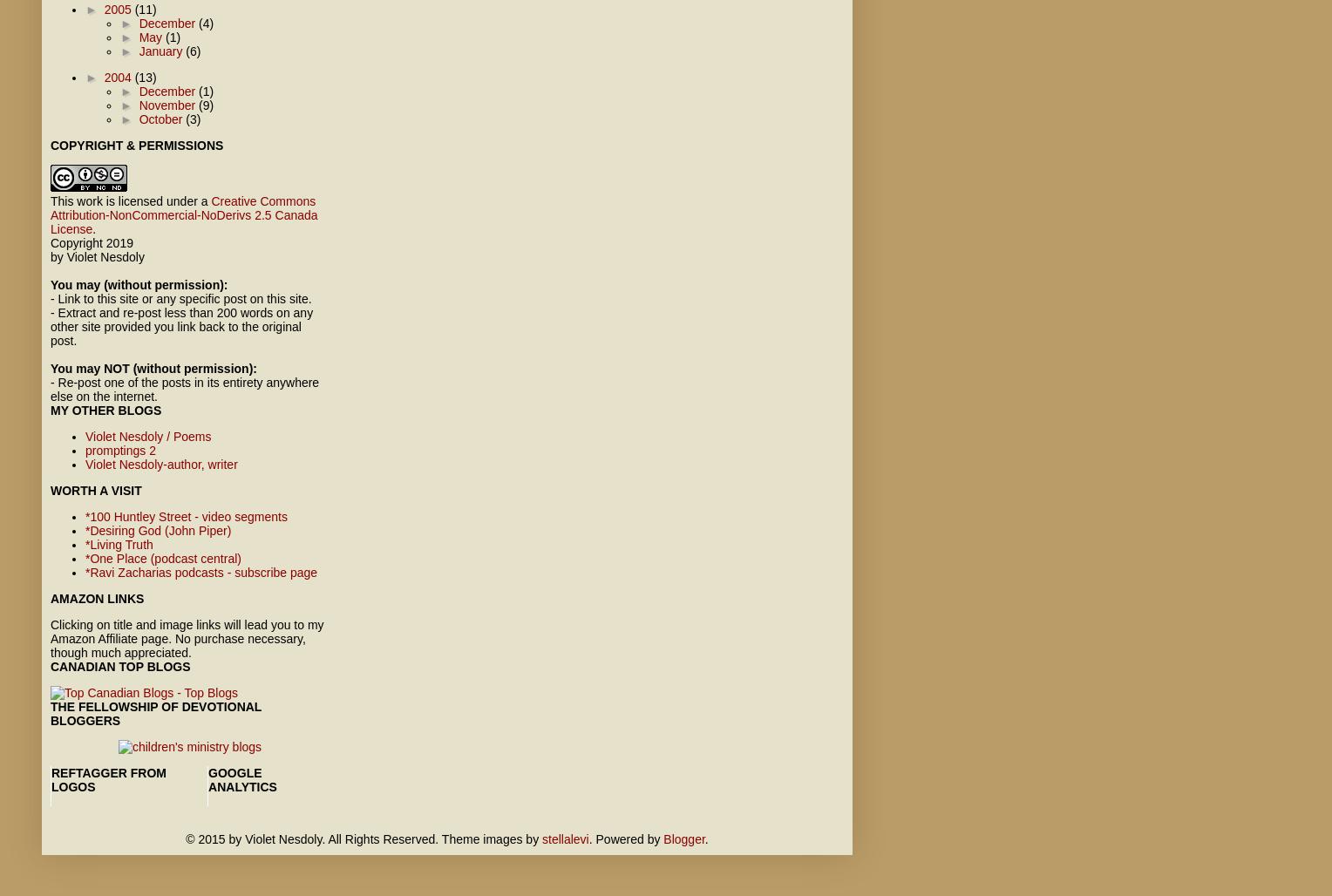 This screenshot has width=1332, height=896. I want to click on 'Clicking on title and image links will lead you to my Amazon Affiliate page. No purchase necessary, though much appreciated.', so click(186, 637).